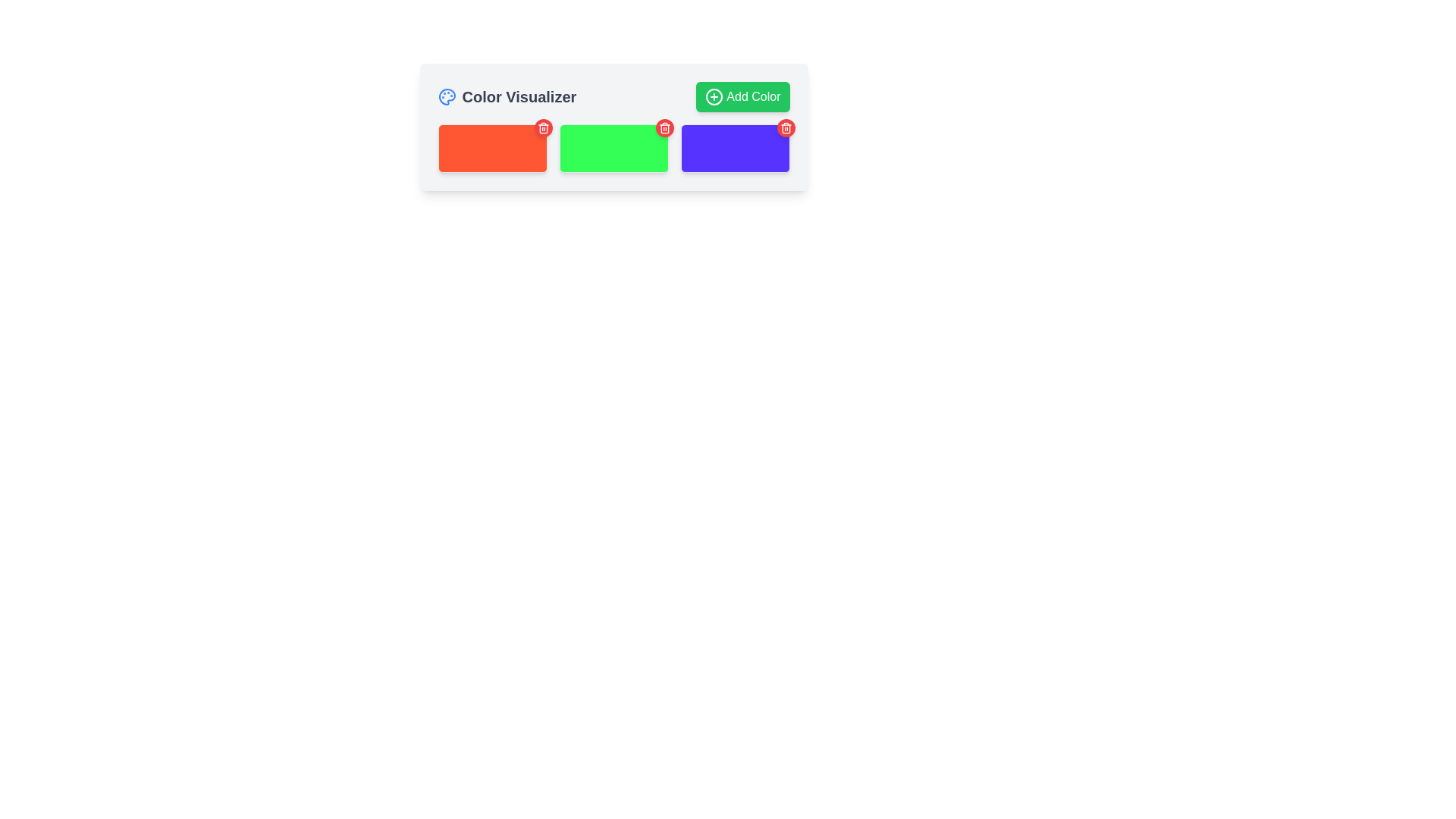 This screenshot has height=819, width=1456. What do you see at coordinates (786, 127) in the screenshot?
I see `the trash can icon with a red circular background and white symbol in the top-right corner of the blue rectangle` at bounding box center [786, 127].